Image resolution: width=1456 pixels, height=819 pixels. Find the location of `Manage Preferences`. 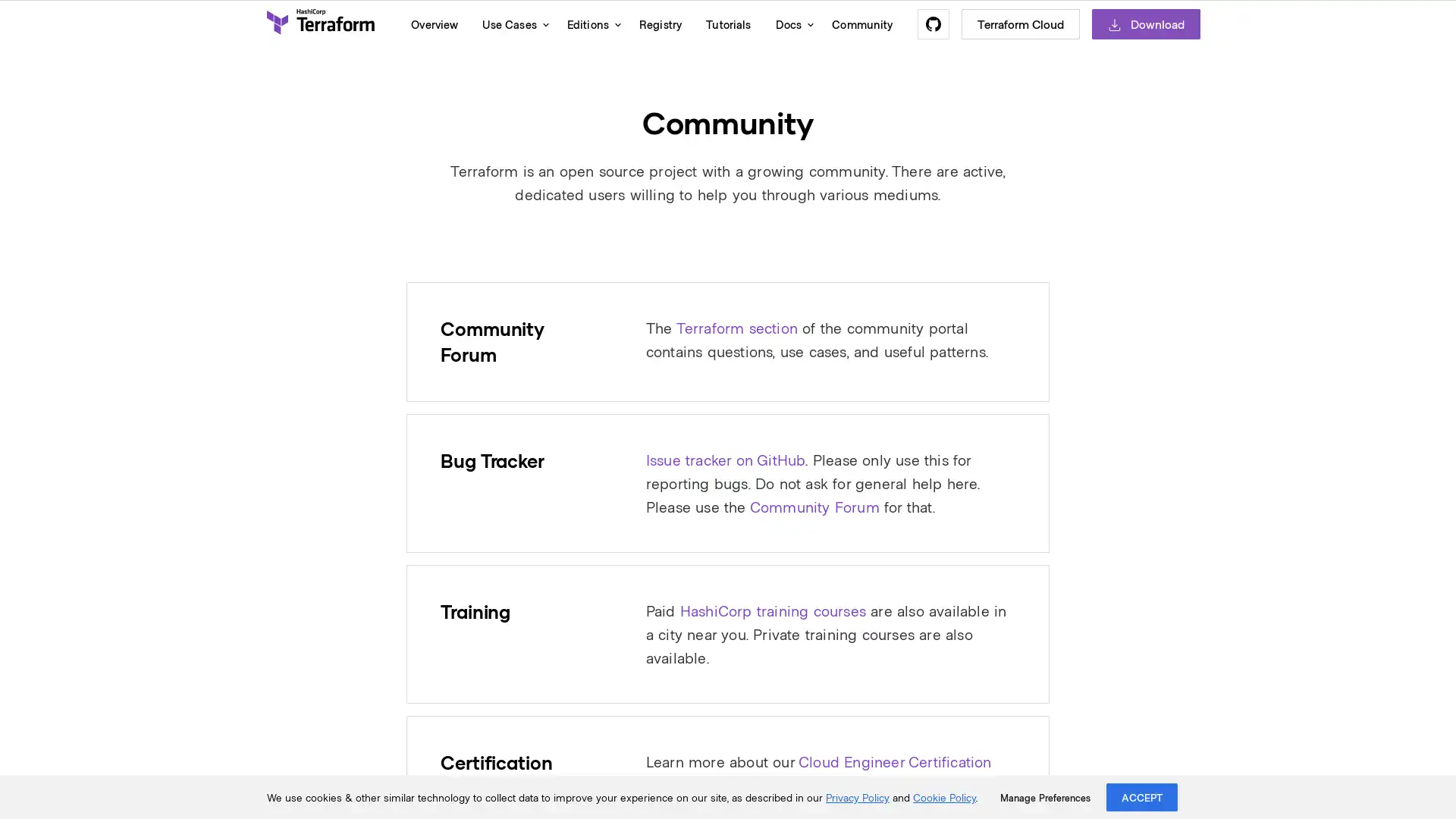

Manage Preferences is located at coordinates (1044, 797).